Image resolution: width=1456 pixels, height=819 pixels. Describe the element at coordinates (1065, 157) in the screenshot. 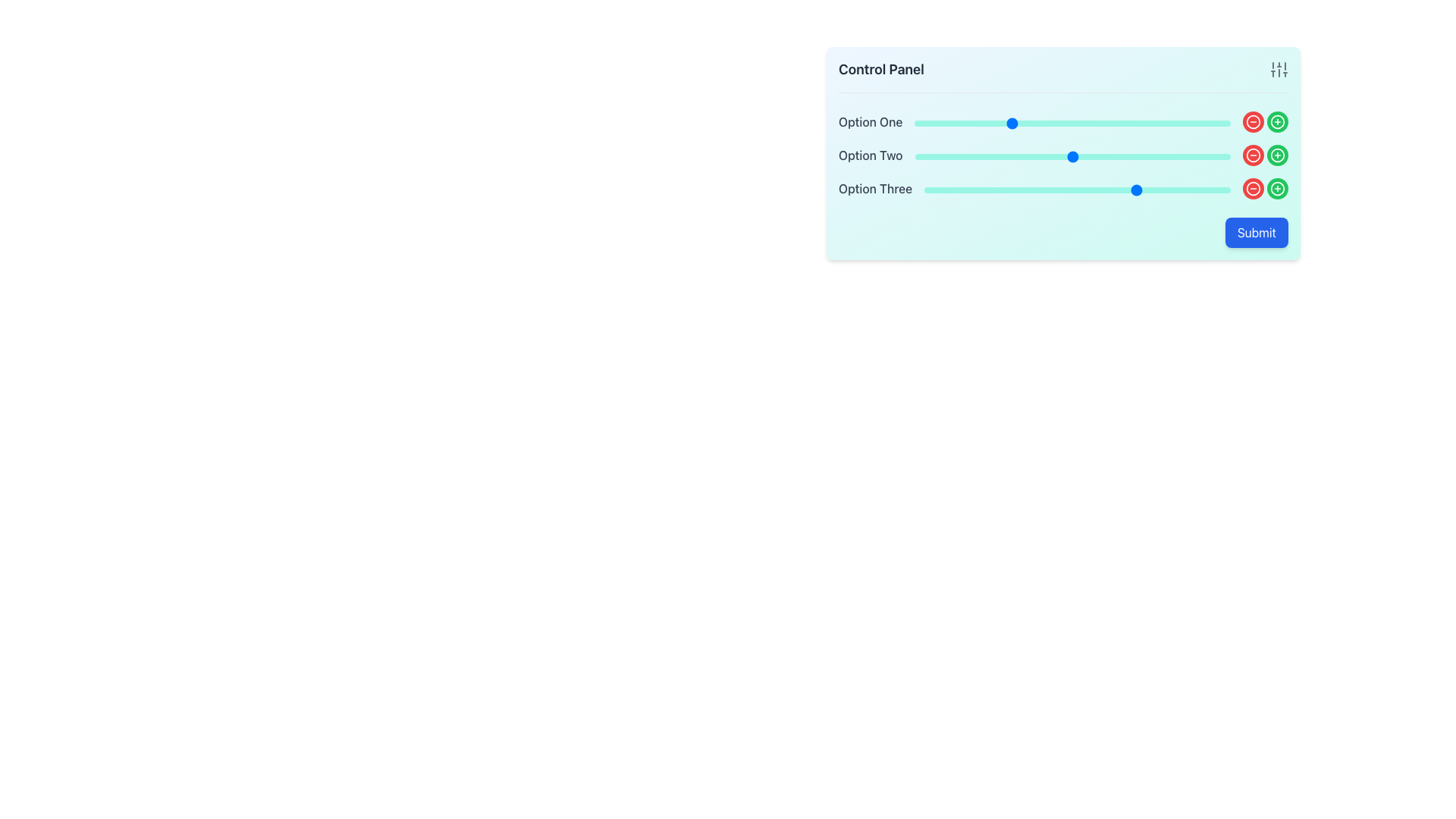

I see `the slider` at that location.